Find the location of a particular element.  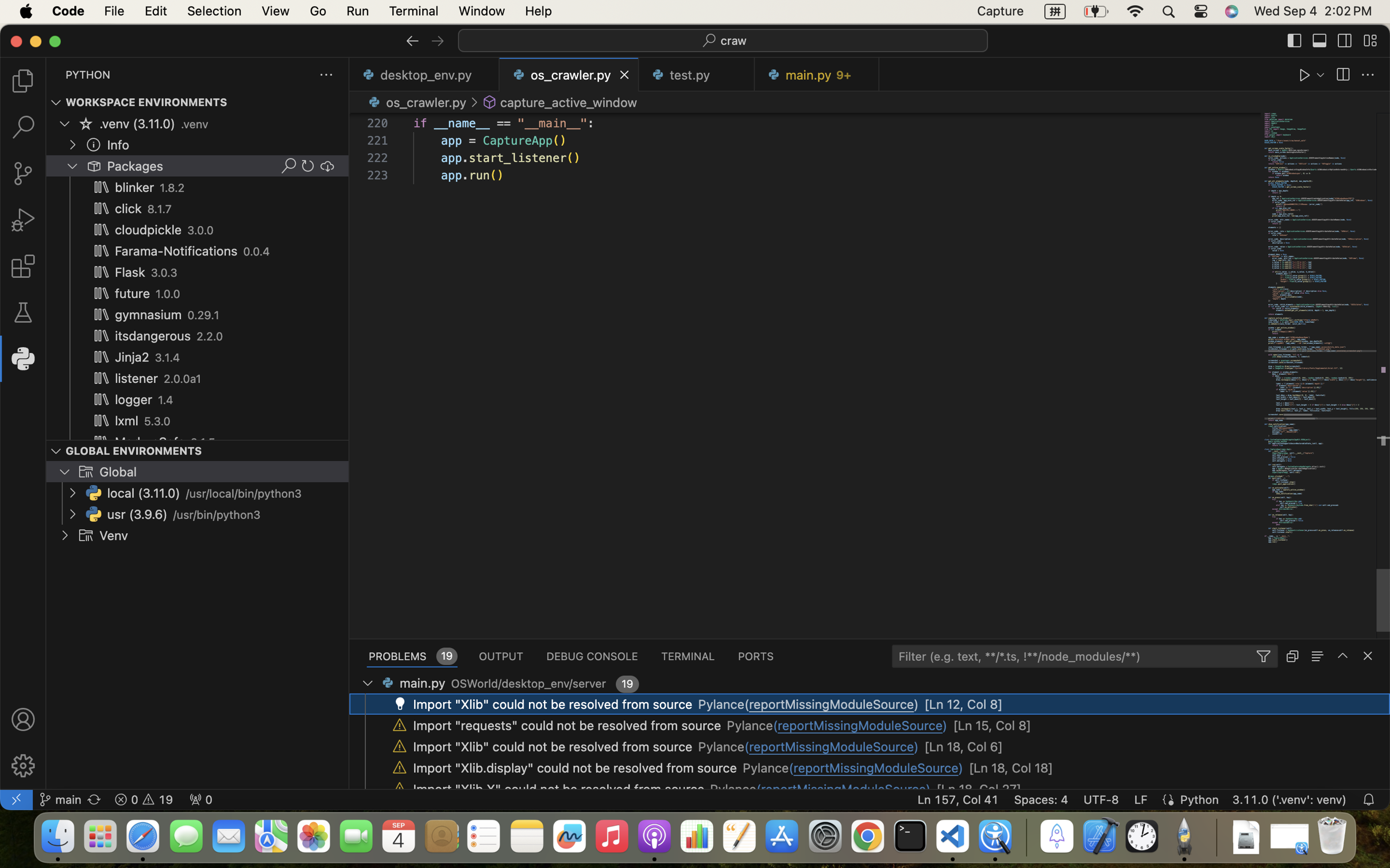

'3.0.0' is located at coordinates (200, 230).